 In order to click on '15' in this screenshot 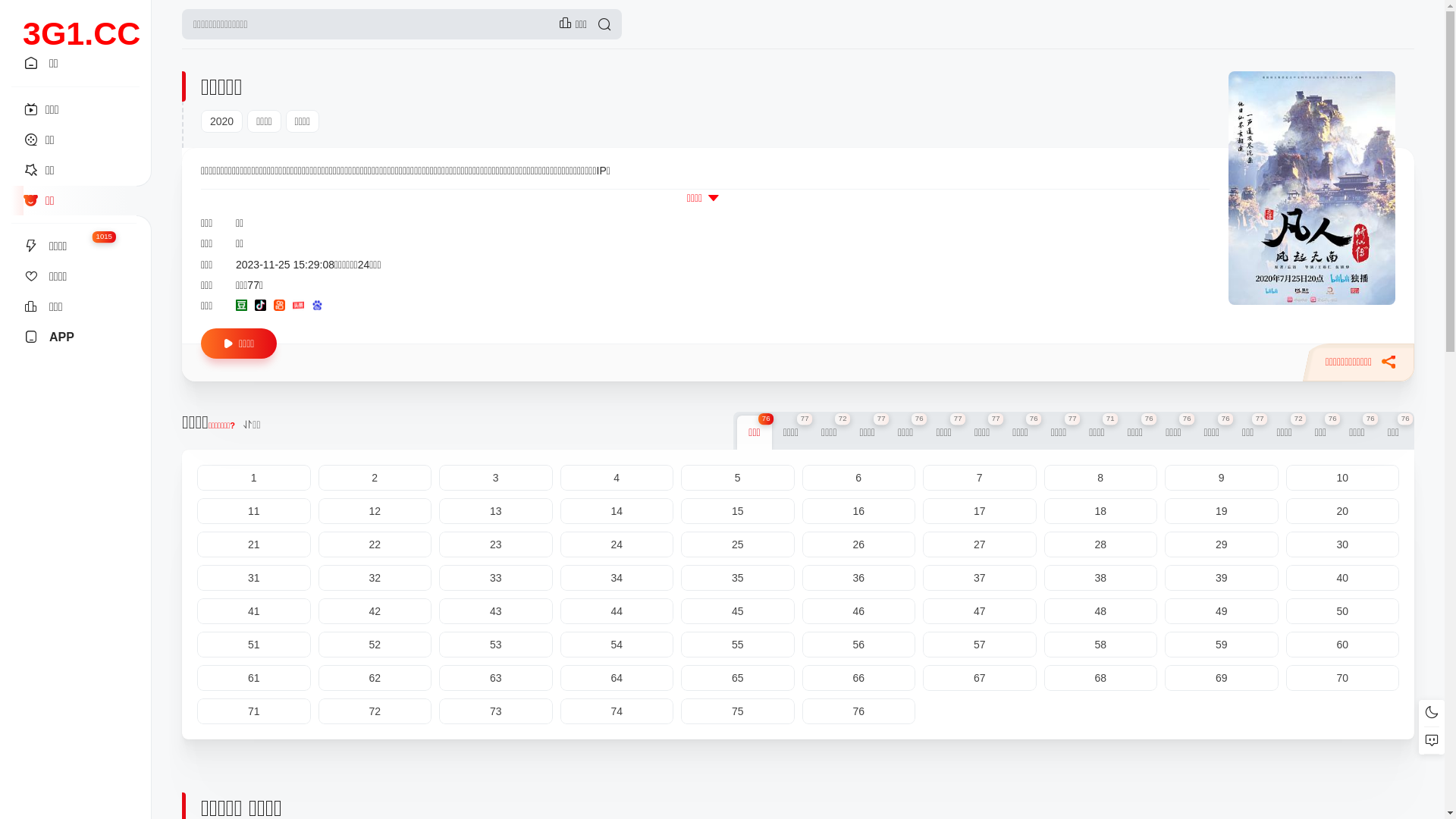, I will do `click(738, 511)`.